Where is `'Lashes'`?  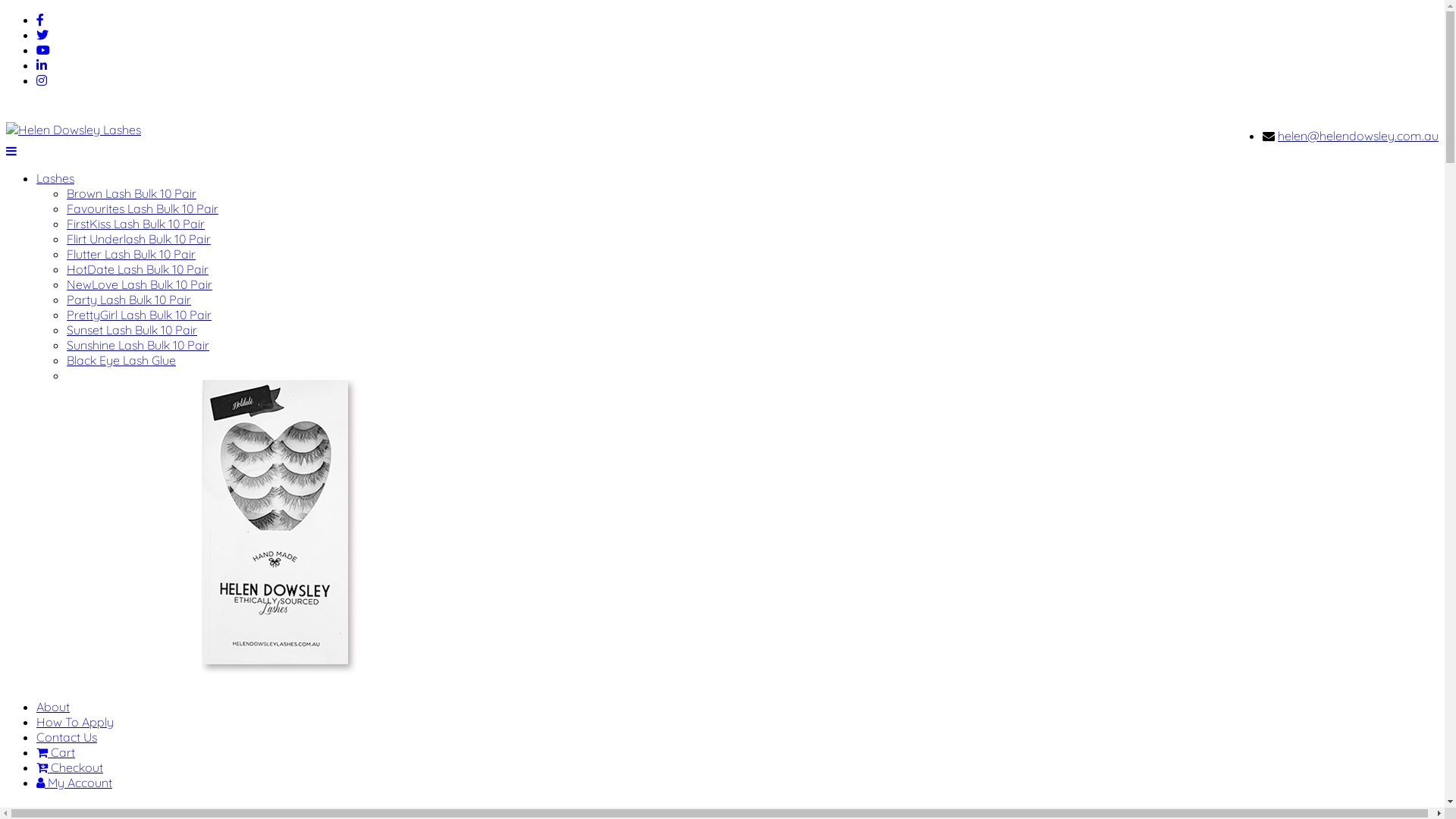 'Lashes' is located at coordinates (55, 177).